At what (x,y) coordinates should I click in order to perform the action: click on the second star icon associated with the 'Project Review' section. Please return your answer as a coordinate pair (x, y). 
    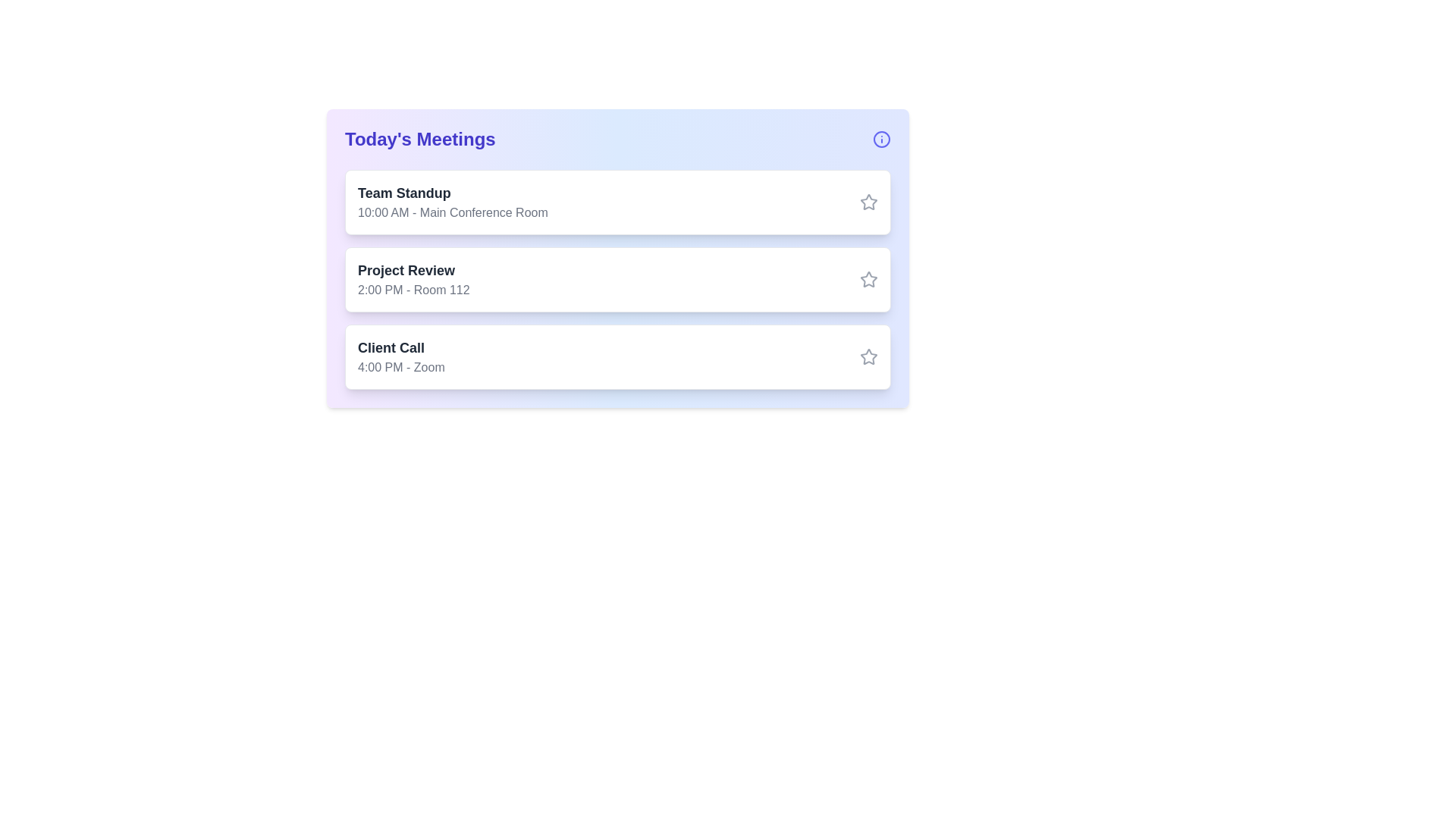
    Looking at the image, I should click on (869, 279).